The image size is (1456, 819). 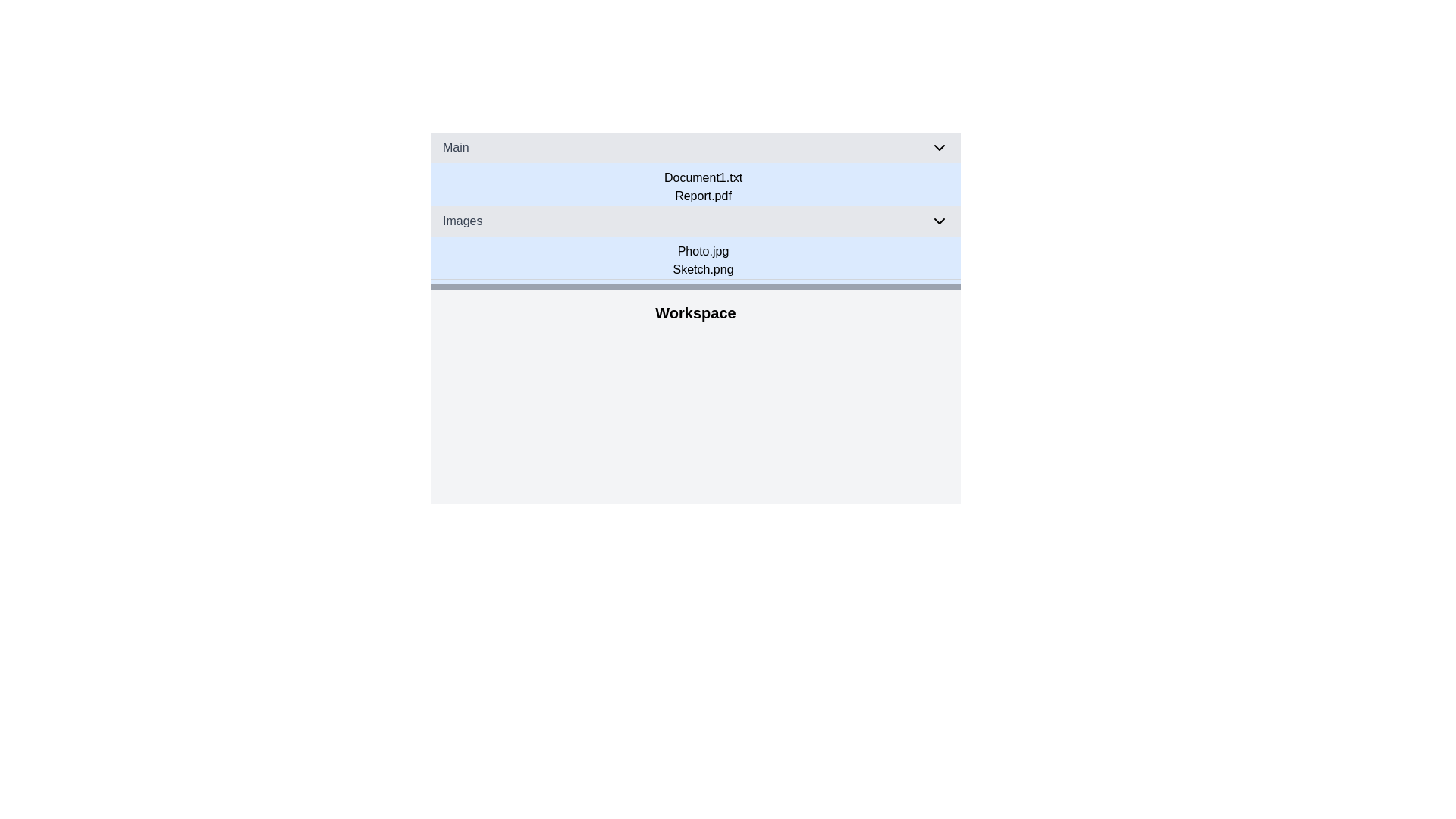 What do you see at coordinates (938, 221) in the screenshot?
I see `the small downwards-pointing chevron icon next to the word 'Images'` at bounding box center [938, 221].